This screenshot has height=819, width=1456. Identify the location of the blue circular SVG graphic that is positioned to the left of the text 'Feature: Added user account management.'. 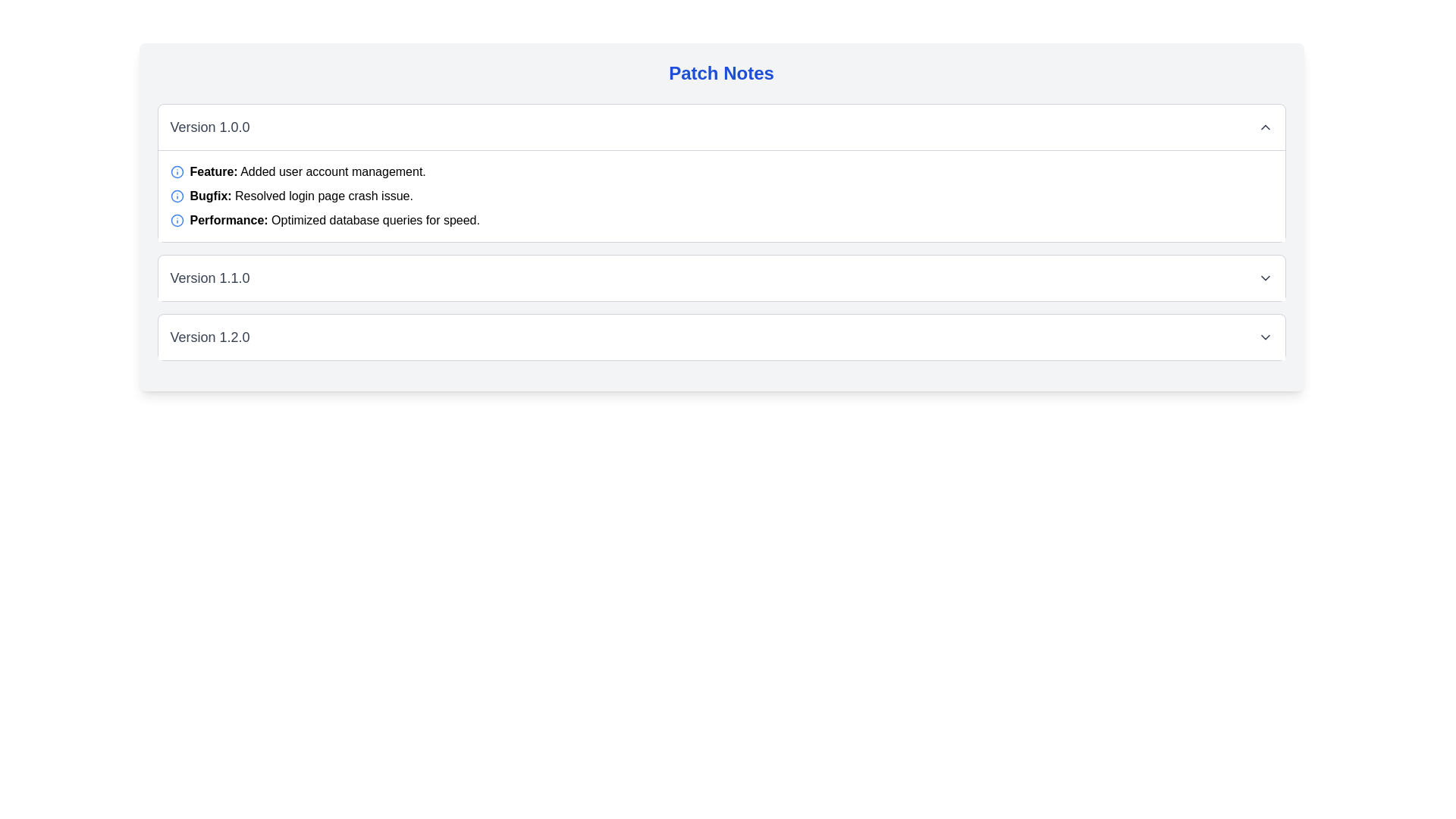
(177, 220).